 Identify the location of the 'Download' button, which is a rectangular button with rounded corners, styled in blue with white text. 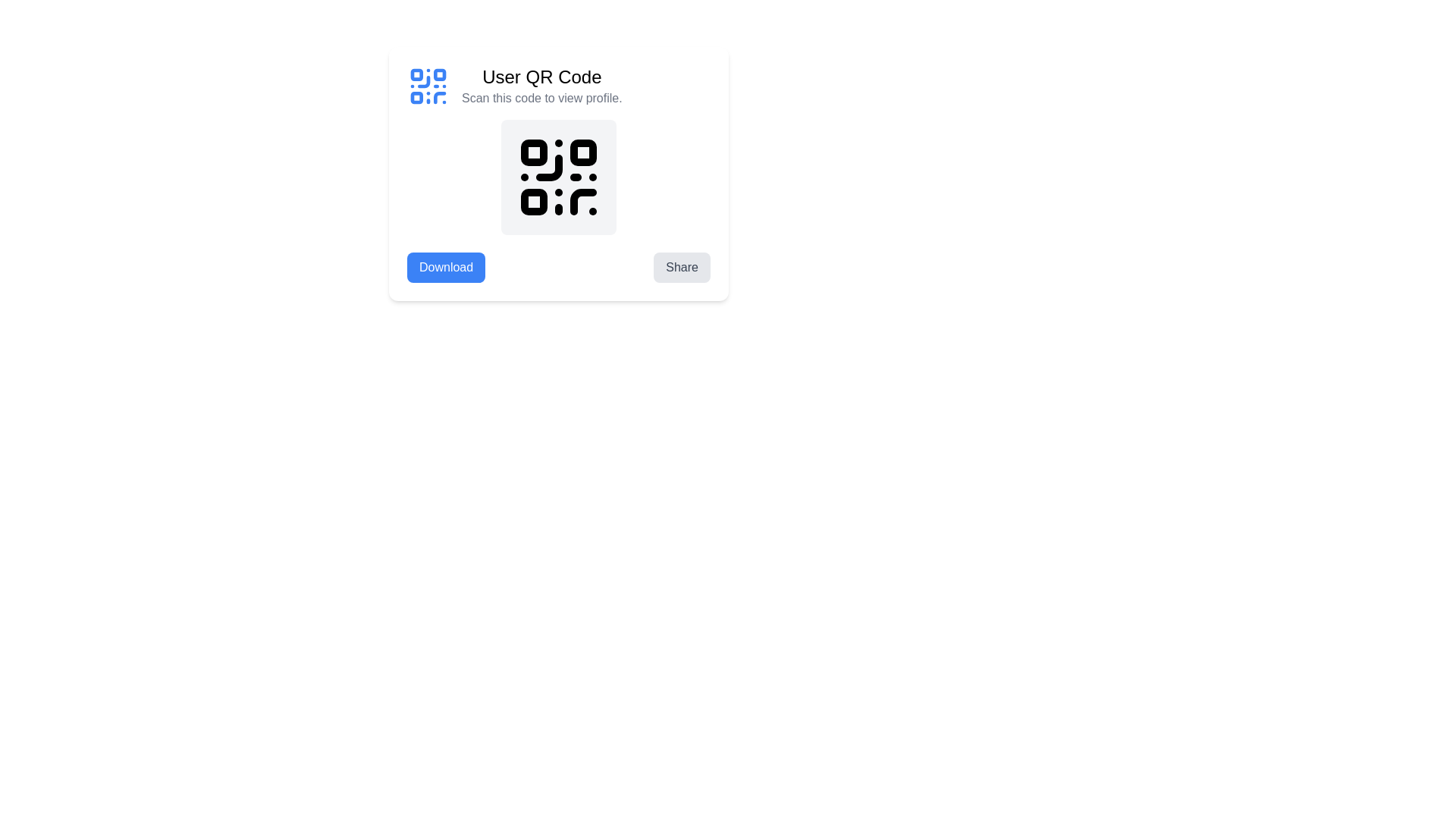
(445, 267).